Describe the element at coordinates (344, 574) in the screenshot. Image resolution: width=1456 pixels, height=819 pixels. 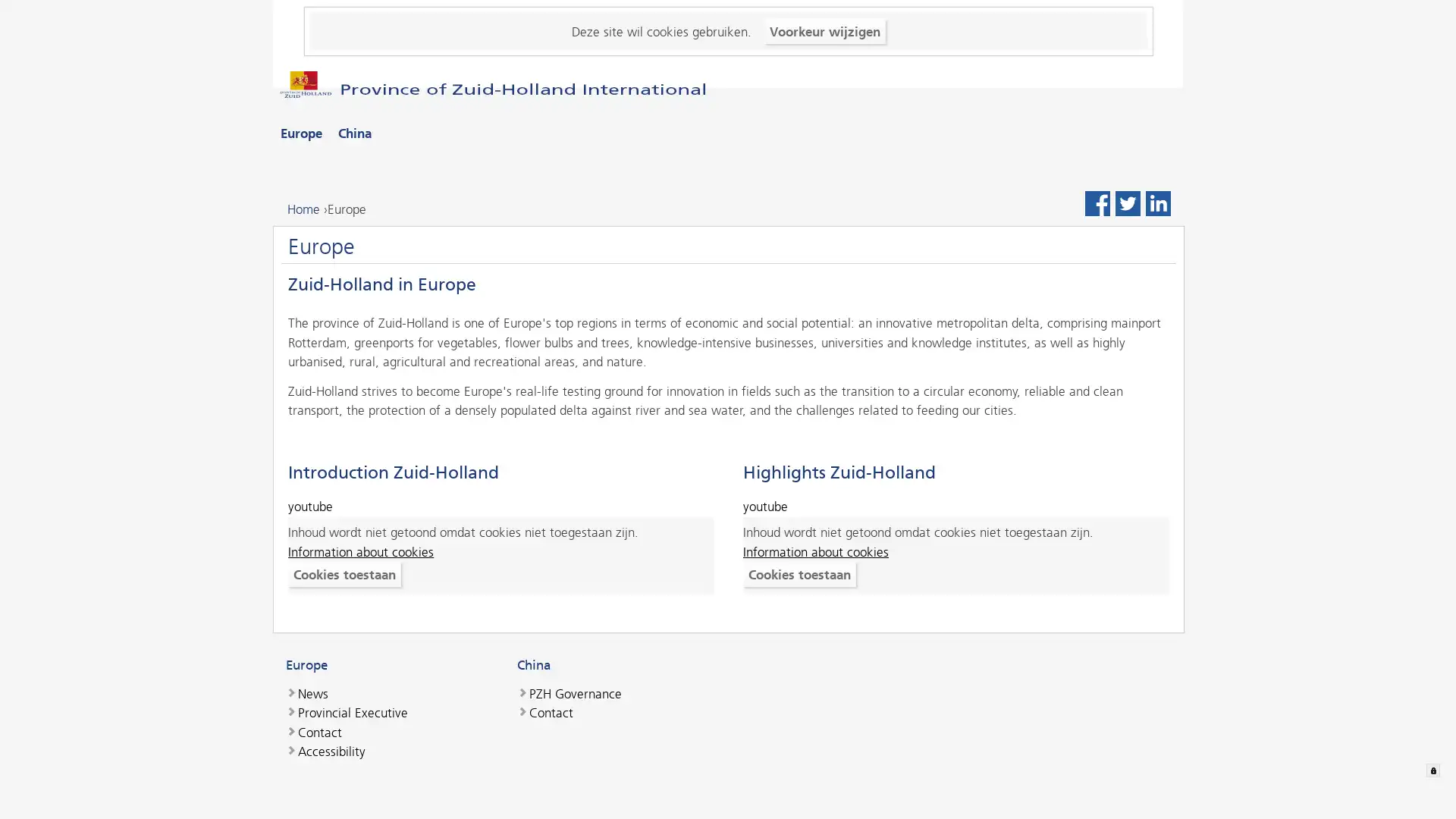
I see `Cookies toestaan` at that location.